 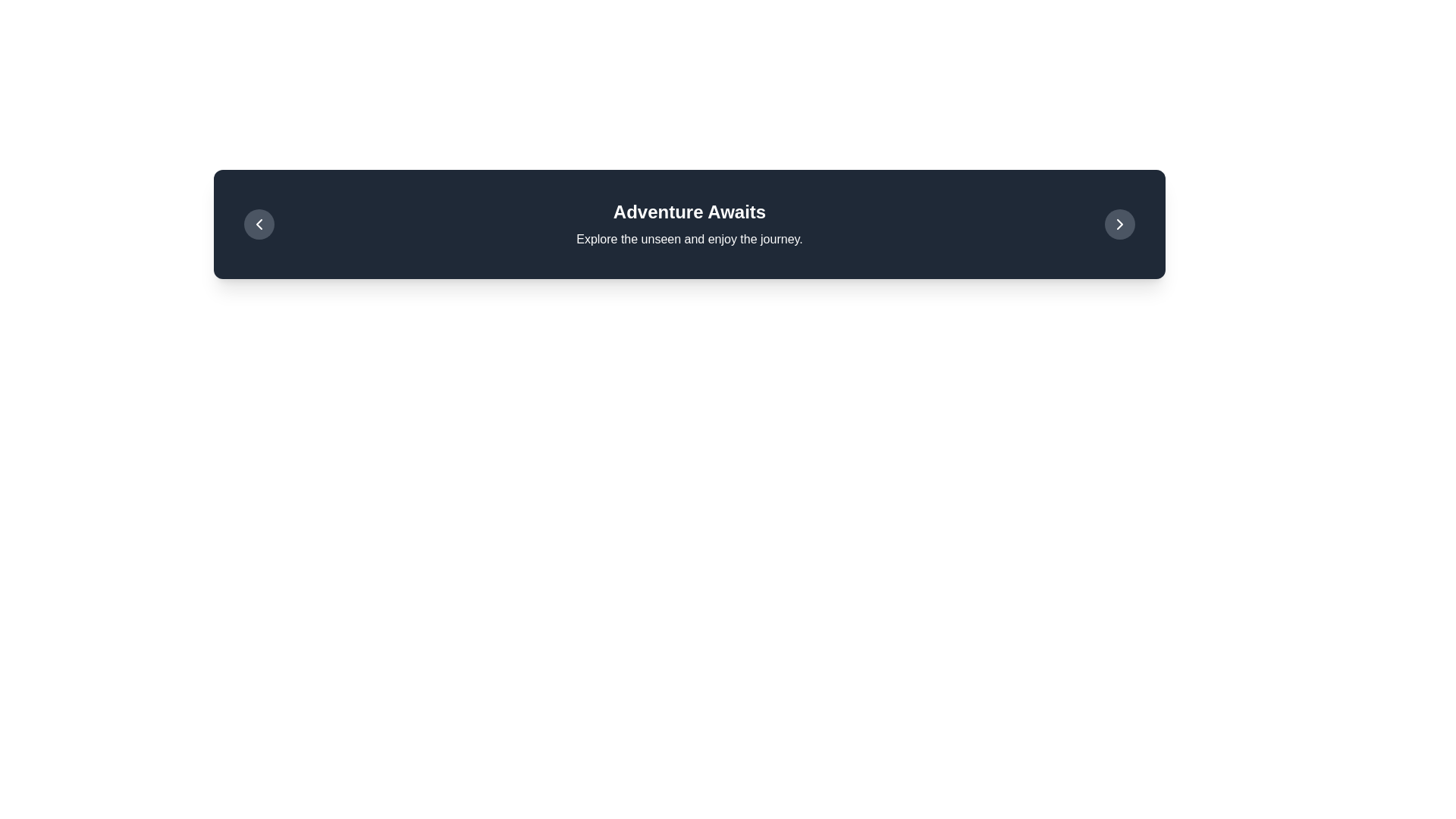 What do you see at coordinates (259, 224) in the screenshot?
I see `the 'Back' navigation icon located in the leftmost area of the horizontal navigation bar` at bounding box center [259, 224].